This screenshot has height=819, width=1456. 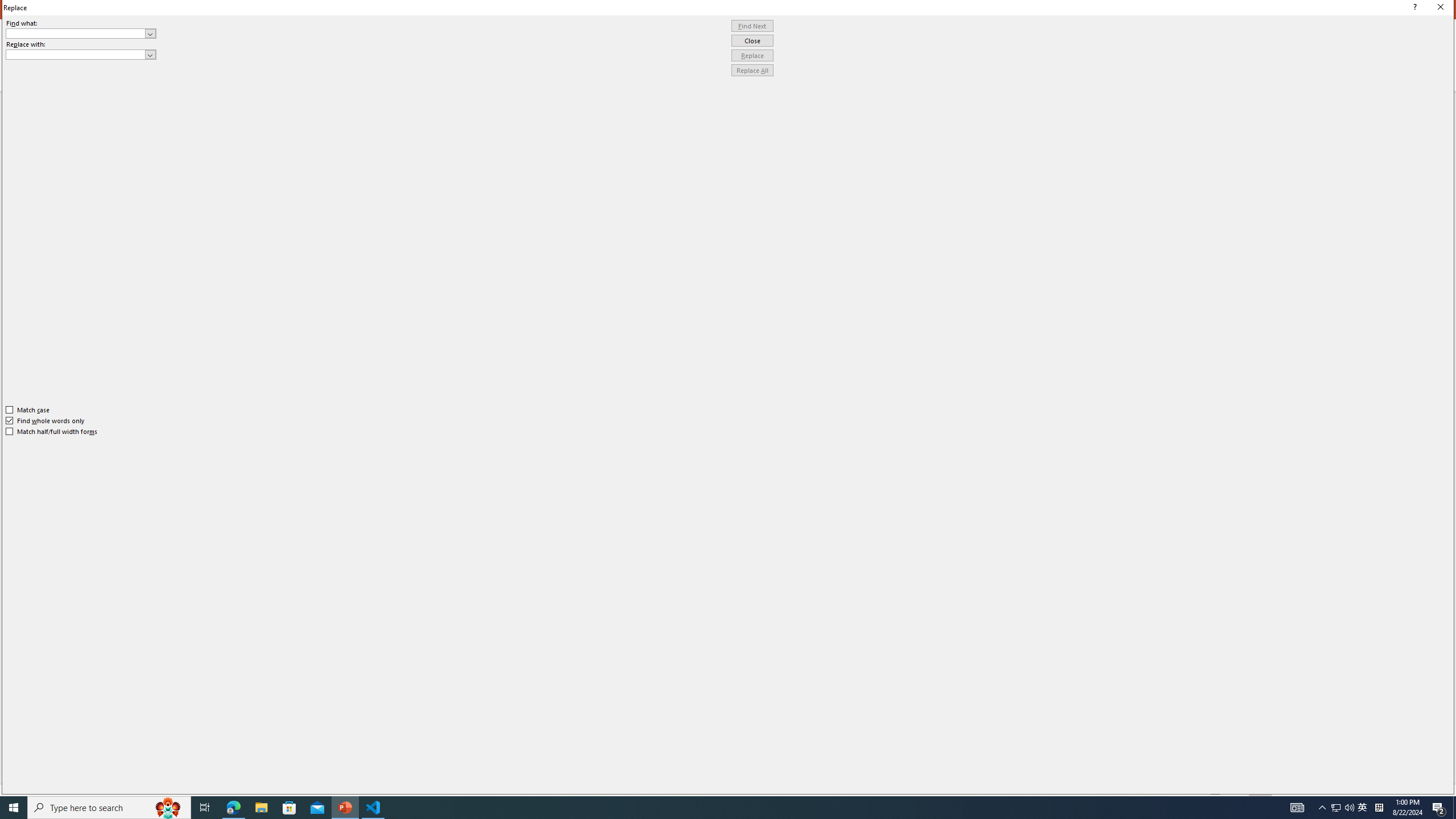 What do you see at coordinates (752, 26) in the screenshot?
I see `'Find Next'` at bounding box center [752, 26].